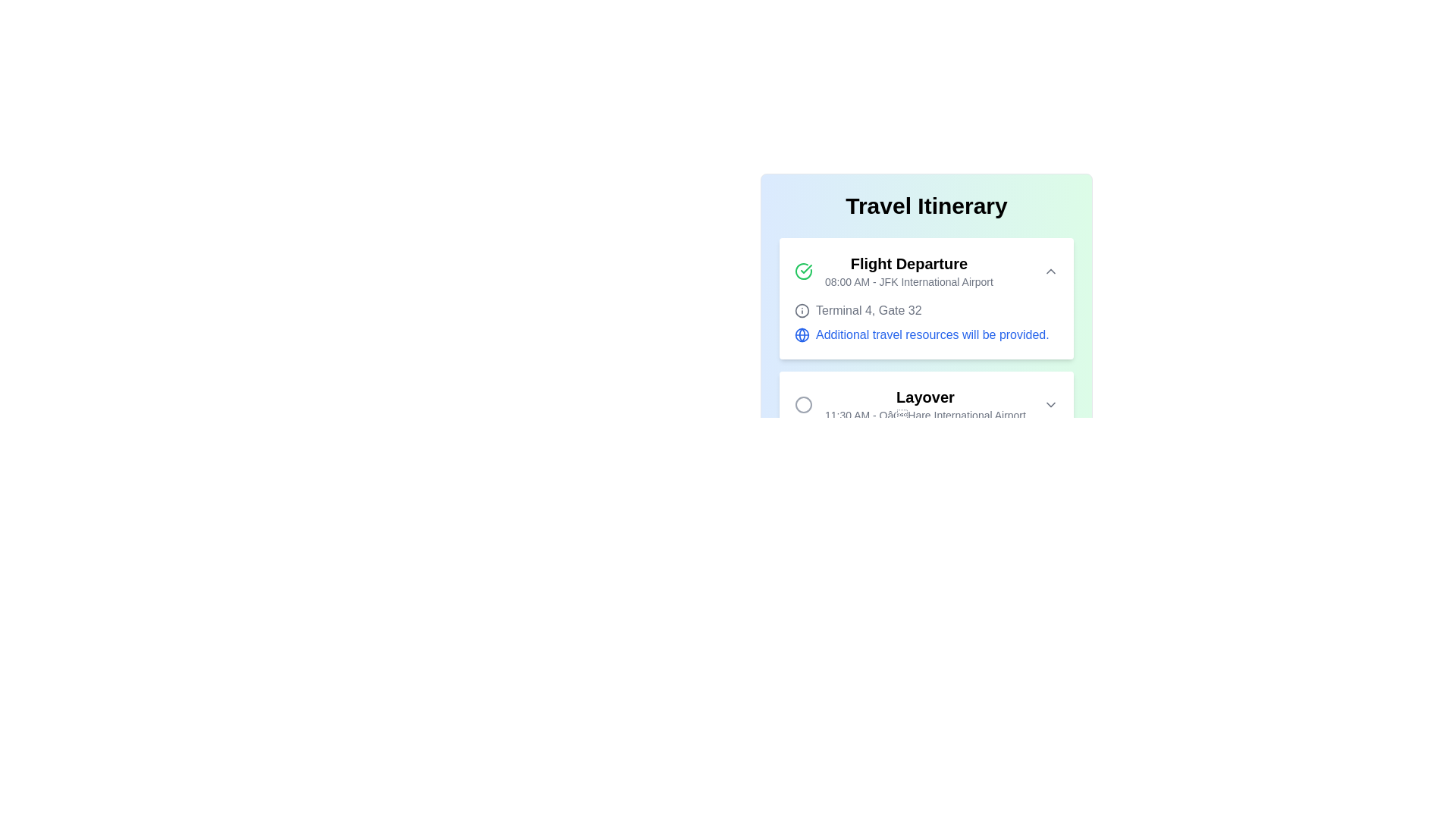  I want to click on the text label displaying '08:00 AM - JFK International Airport', located below the 'Flight Departure' label in the flight details section, so click(908, 281).